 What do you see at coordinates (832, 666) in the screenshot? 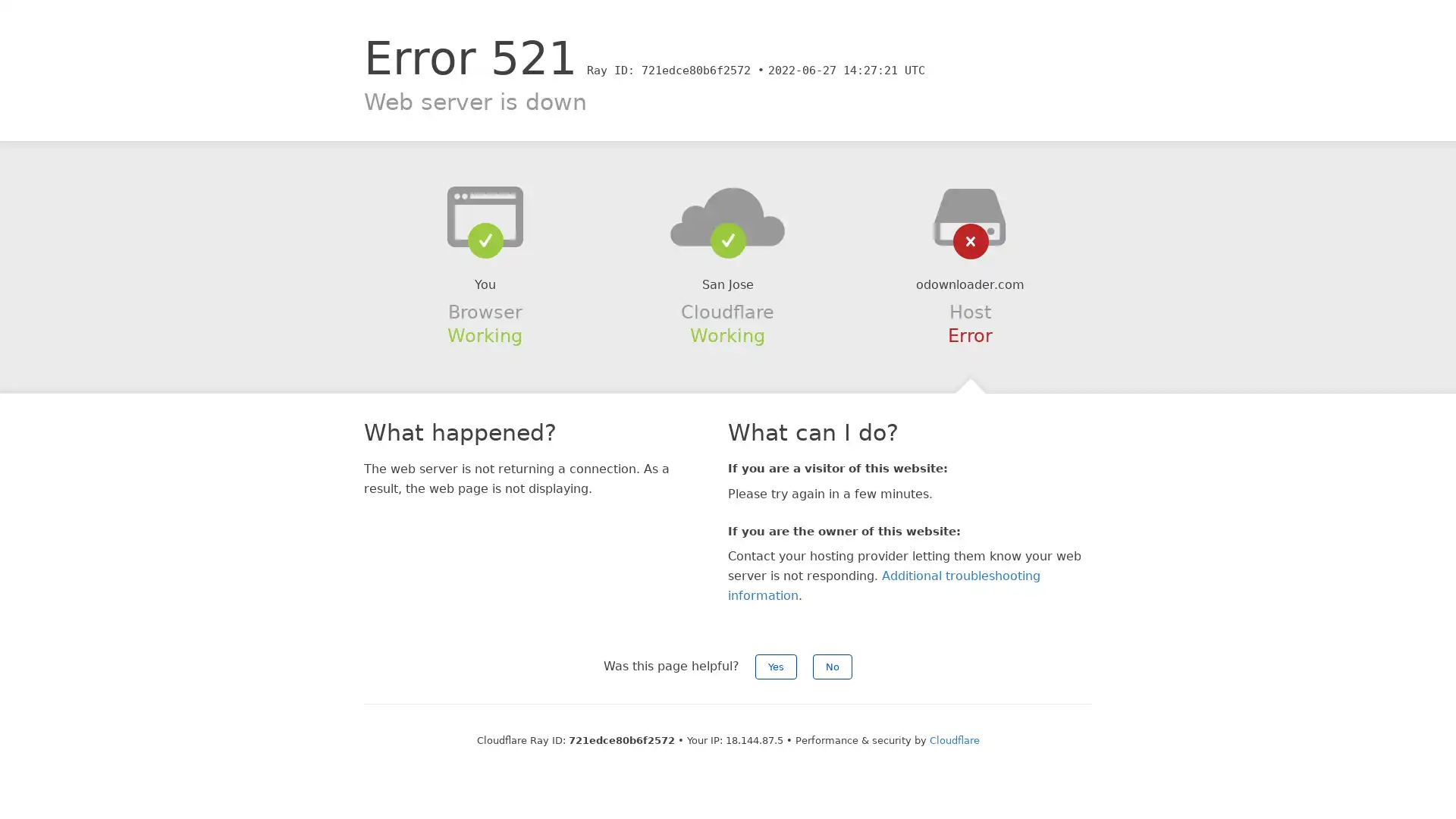
I see `No` at bounding box center [832, 666].